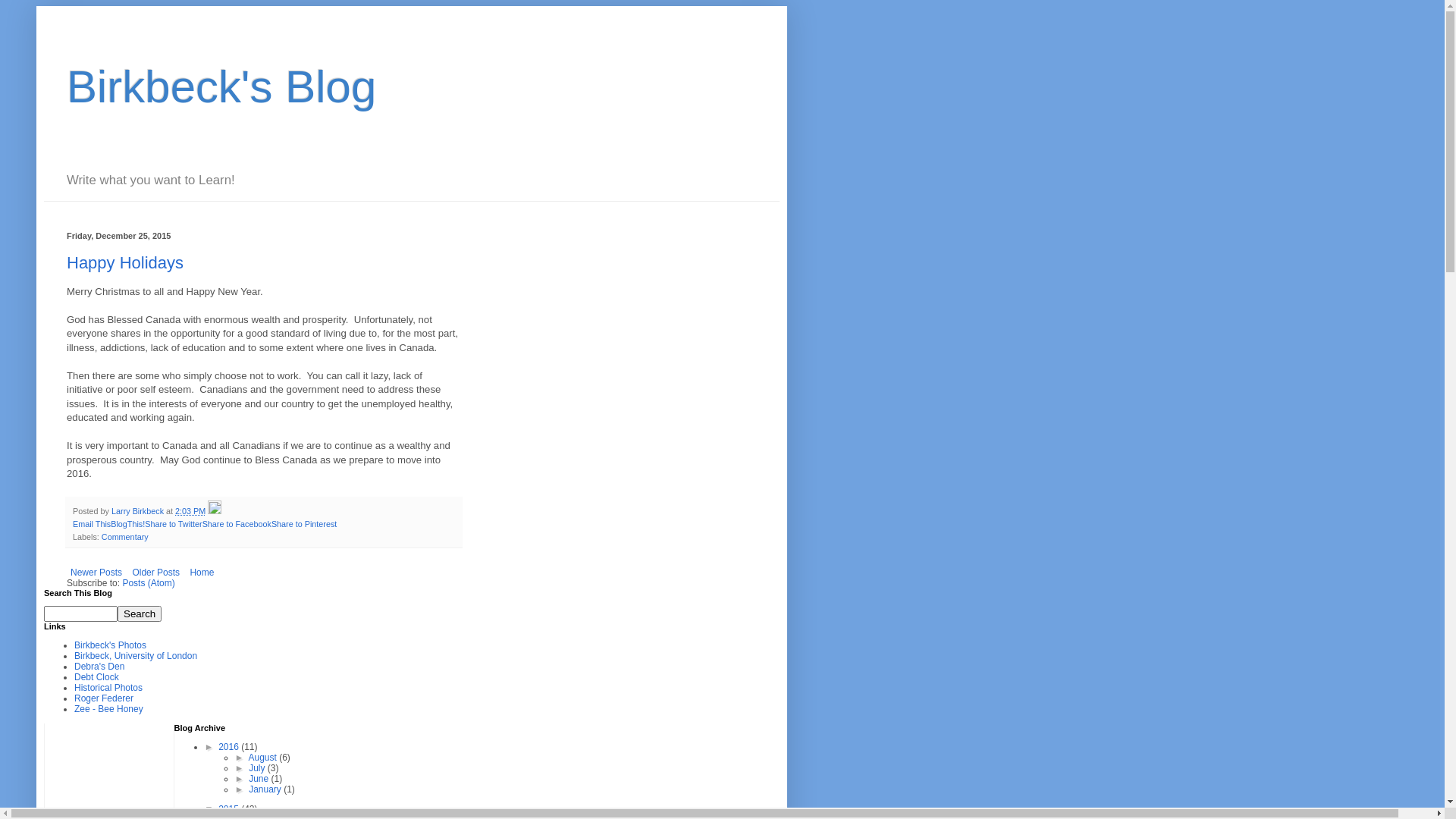  Describe the element at coordinates (80, 613) in the screenshot. I see `'search'` at that location.